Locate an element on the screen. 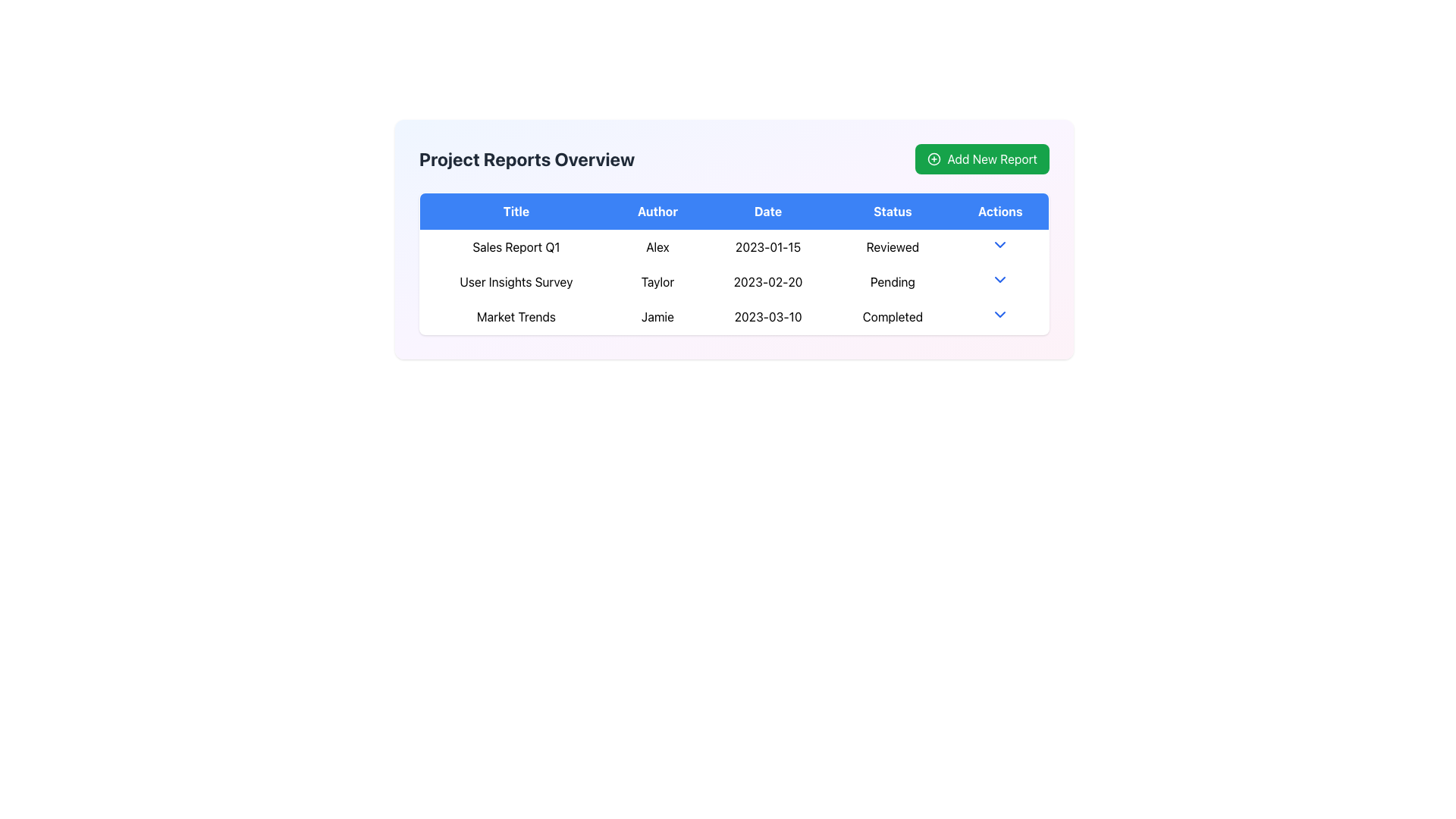 This screenshot has height=819, width=1456. the downward arrow icon in the third row under the 'Actions' column of the table is located at coordinates (1000, 314).